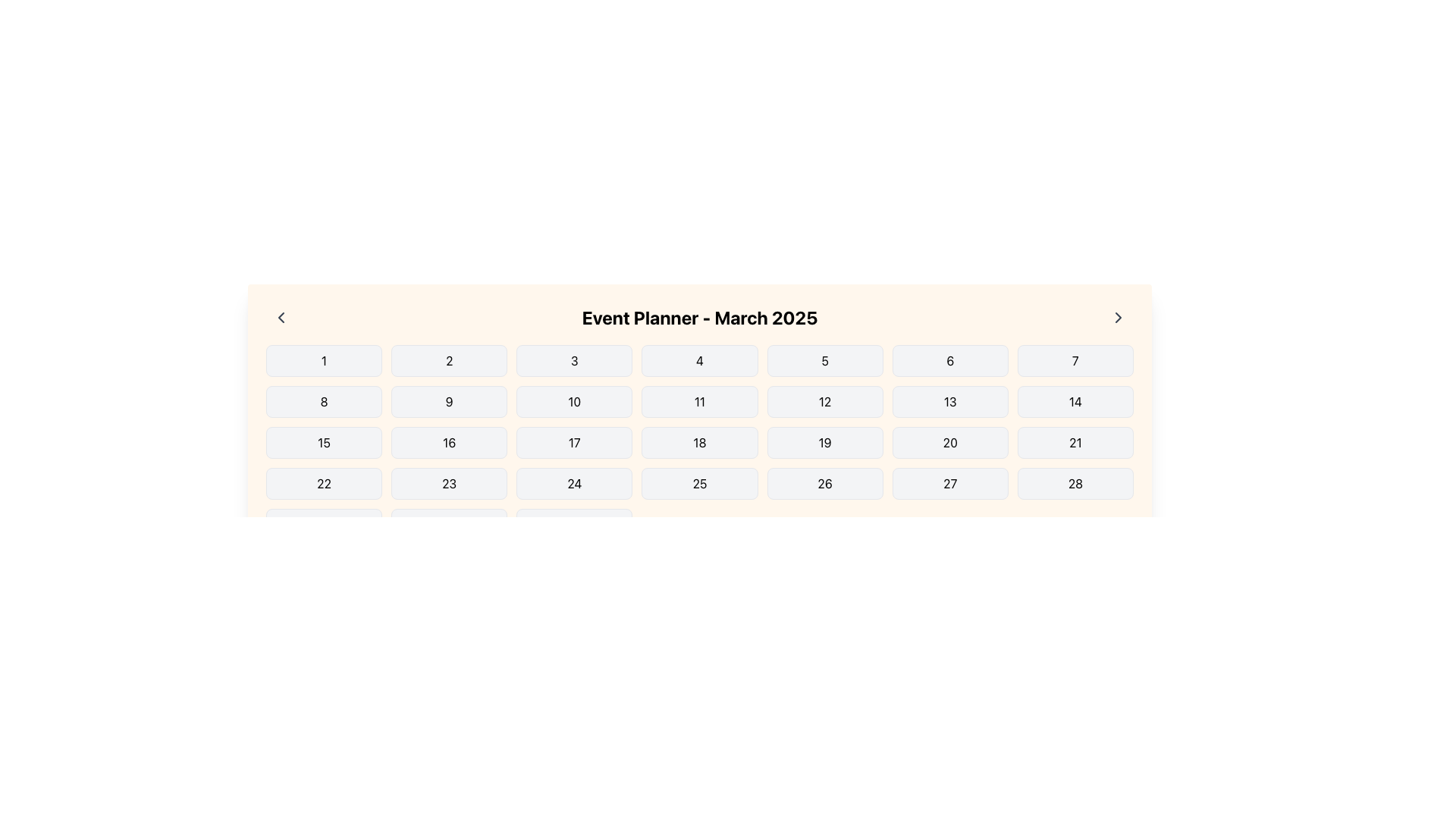 This screenshot has width=1456, height=819. What do you see at coordinates (448, 400) in the screenshot?
I see `the Text Label displaying the numeral '9' in the calendar grid` at bounding box center [448, 400].